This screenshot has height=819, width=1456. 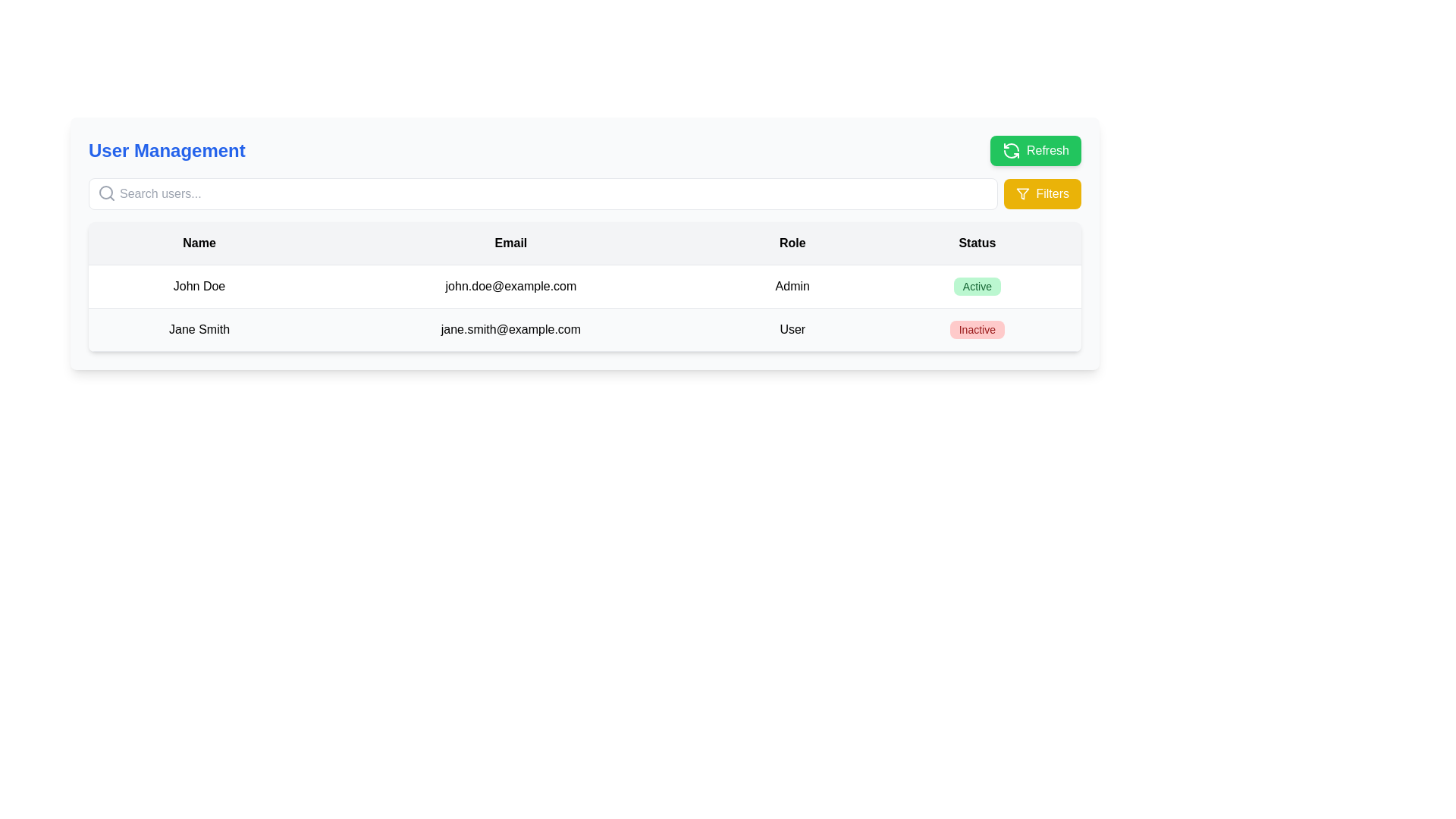 What do you see at coordinates (1023, 193) in the screenshot?
I see `the yellow background filter icon with a red funnel design located at the top-right corner of the interface` at bounding box center [1023, 193].